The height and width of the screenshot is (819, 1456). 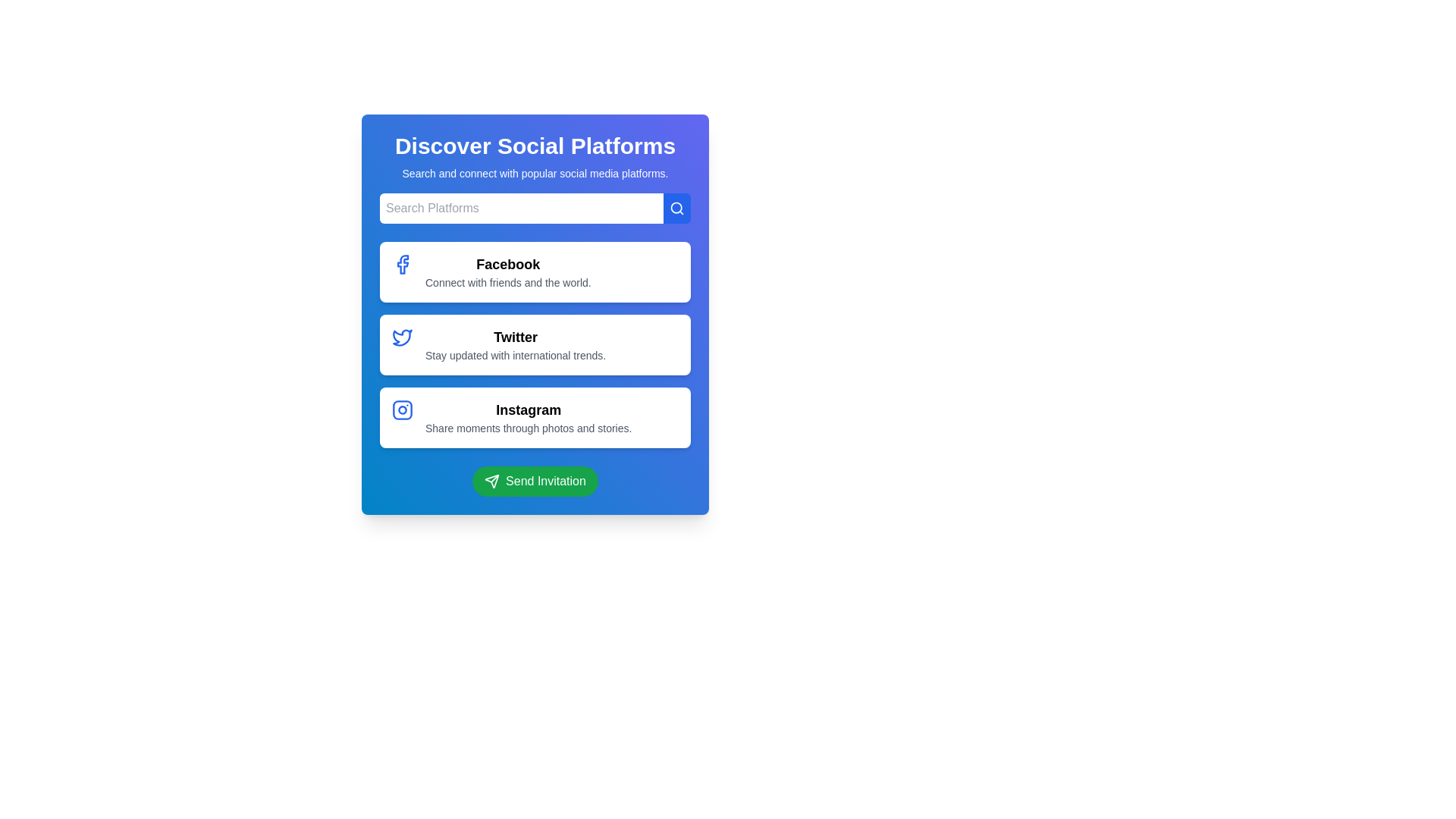 What do you see at coordinates (403, 263) in the screenshot?
I see `the blue Facebook logo icon located to the left of the 'Facebook' text in the first block of social platforms` at bounding box center [403, 263].